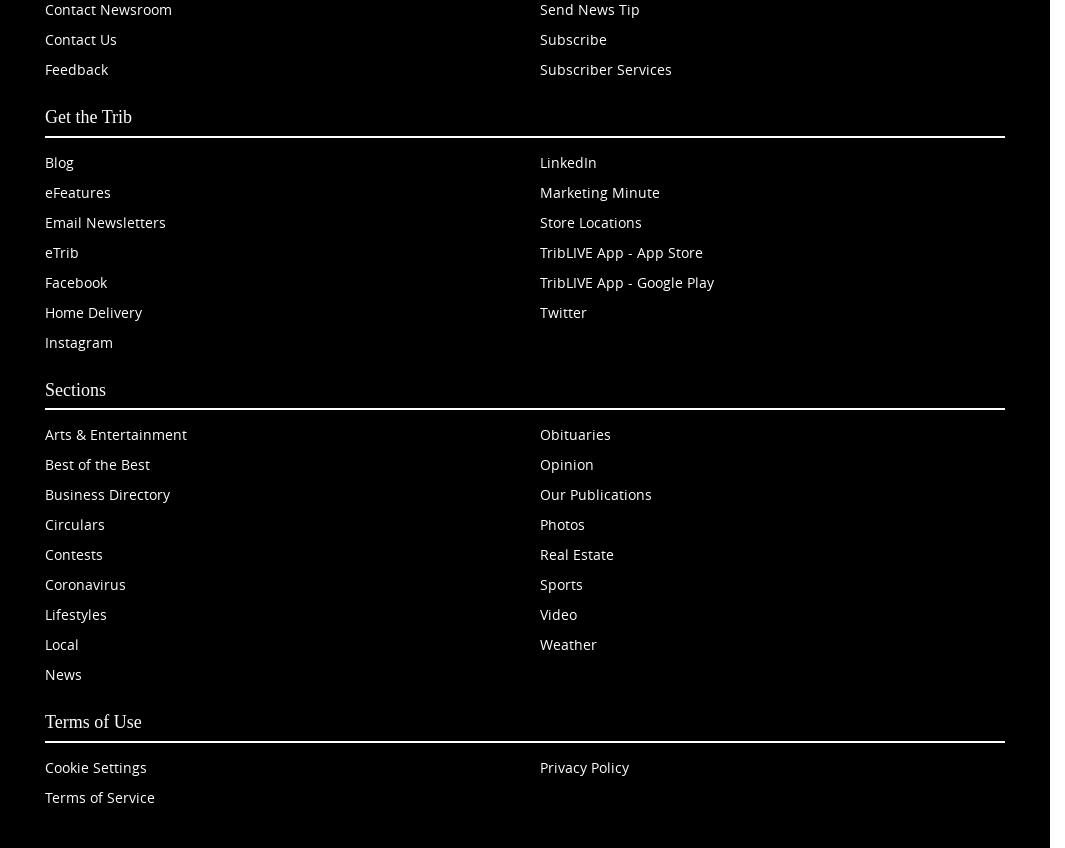 The image size is (1065, 848). I want to click on 'Cookie Settings', so click(94, 766).